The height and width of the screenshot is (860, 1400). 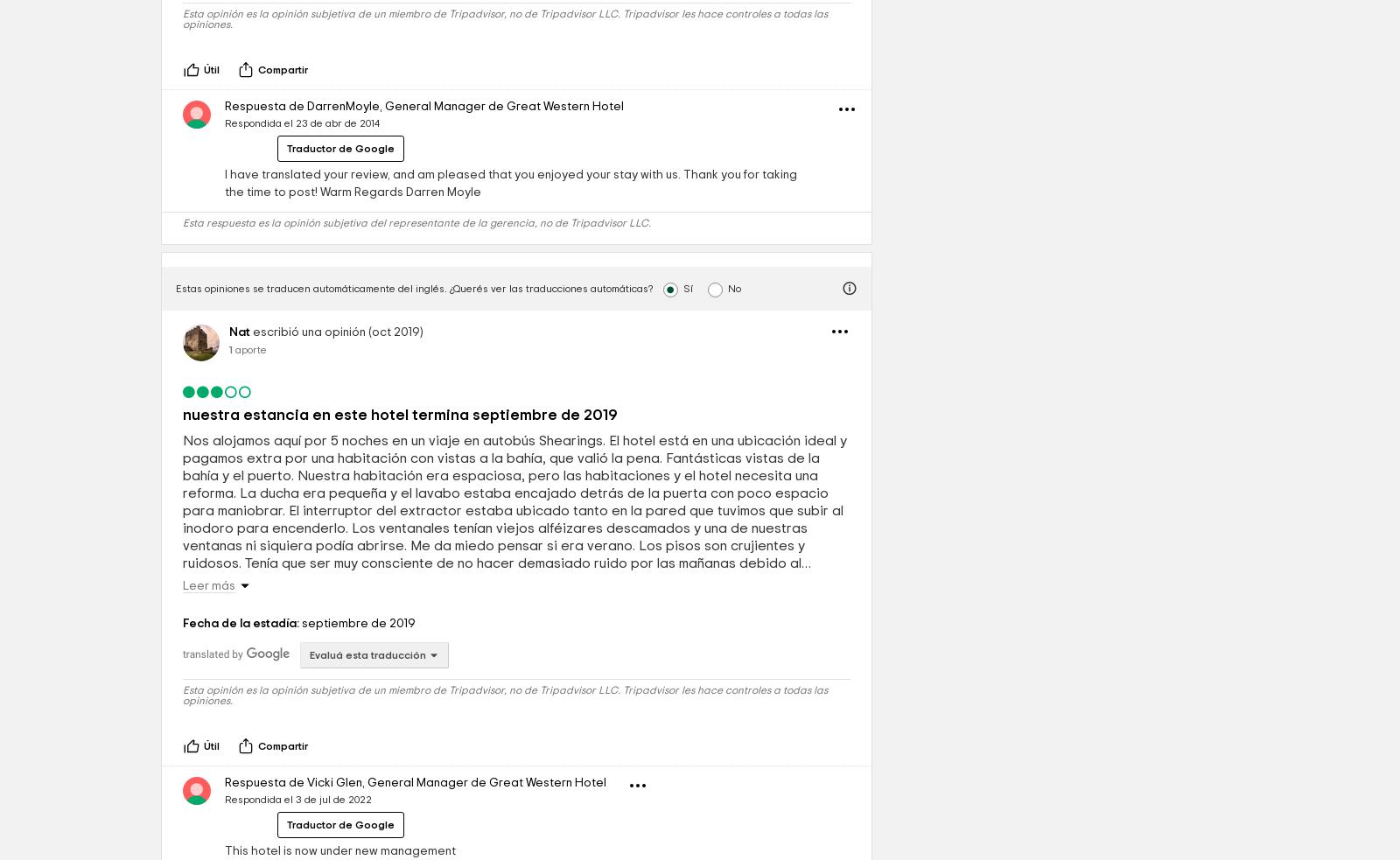 What do you see at coordinates (340, 269) in the screenshot?
I see `'Traductor de Google'` at bounding box center [340, 269].